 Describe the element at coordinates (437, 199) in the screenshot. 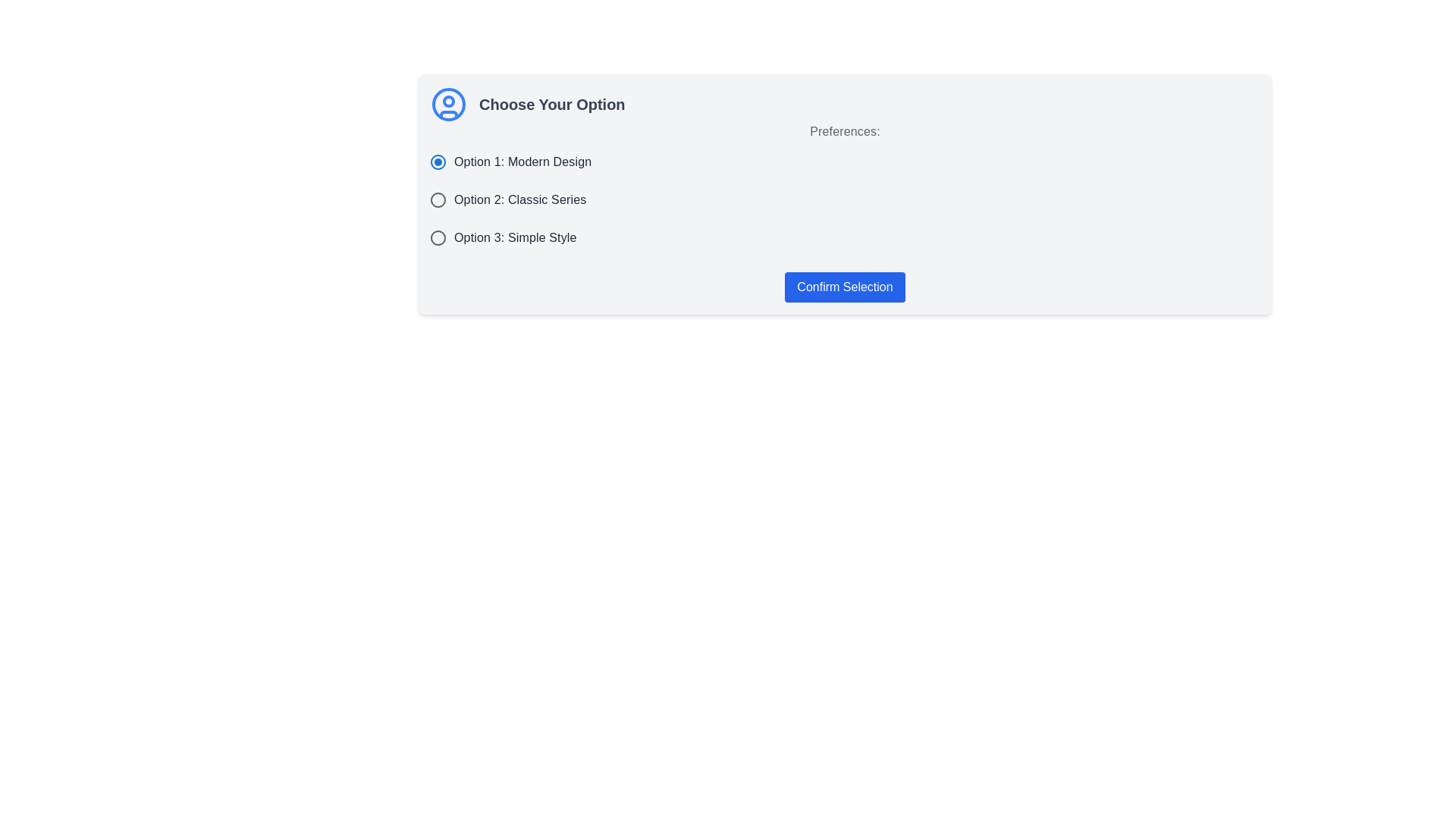

I see `the second radio button labeled 'Option 2: Classic Series' to receive focus indication` at that location.